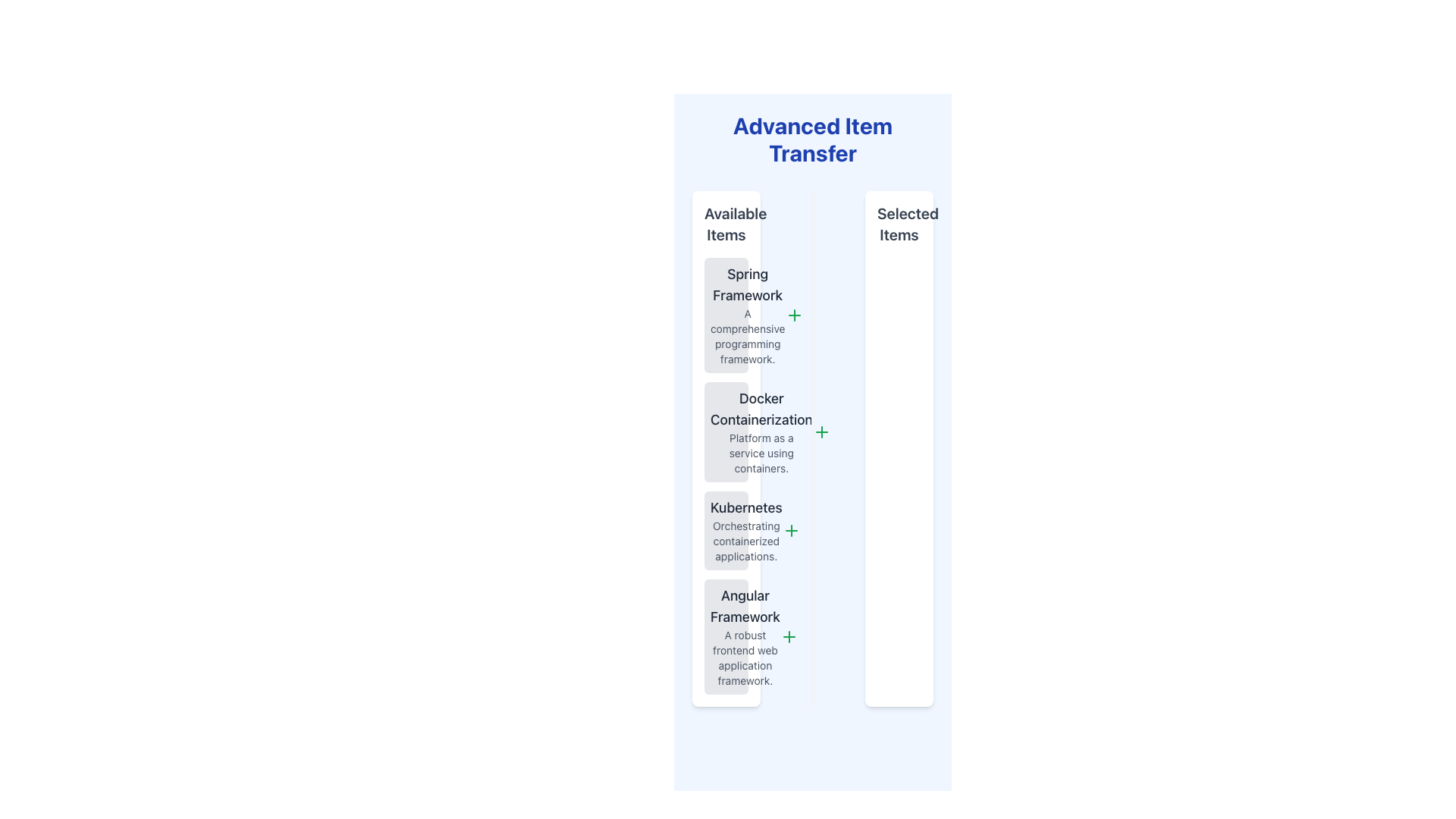  I want to click on the Text Label that identifies the associated description in the 'Available Items' section, which has the text 'Orchestrating containerized applications.', so click(746, 508).